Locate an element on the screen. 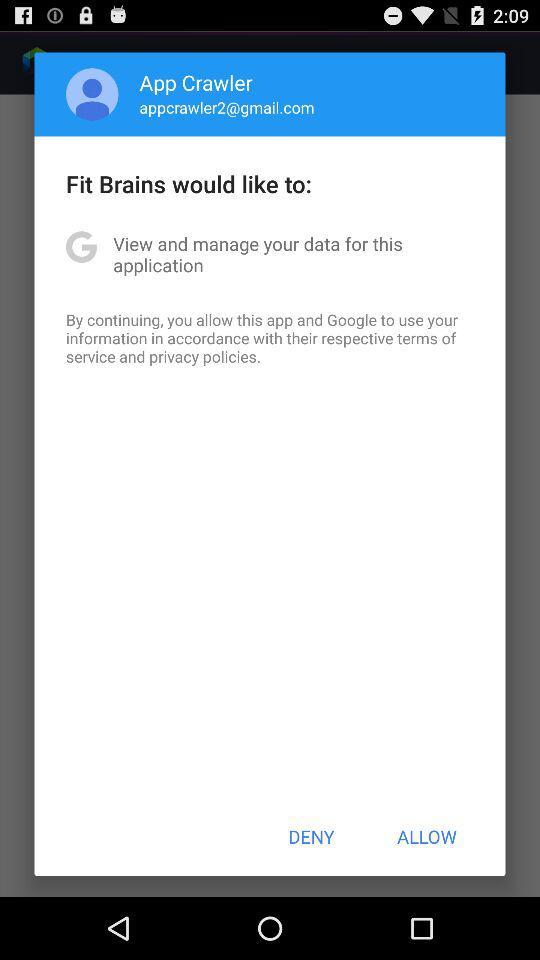 This screenshot has width=540, height=960. the item below the app crawler icon is located at coordinates (226, 107).